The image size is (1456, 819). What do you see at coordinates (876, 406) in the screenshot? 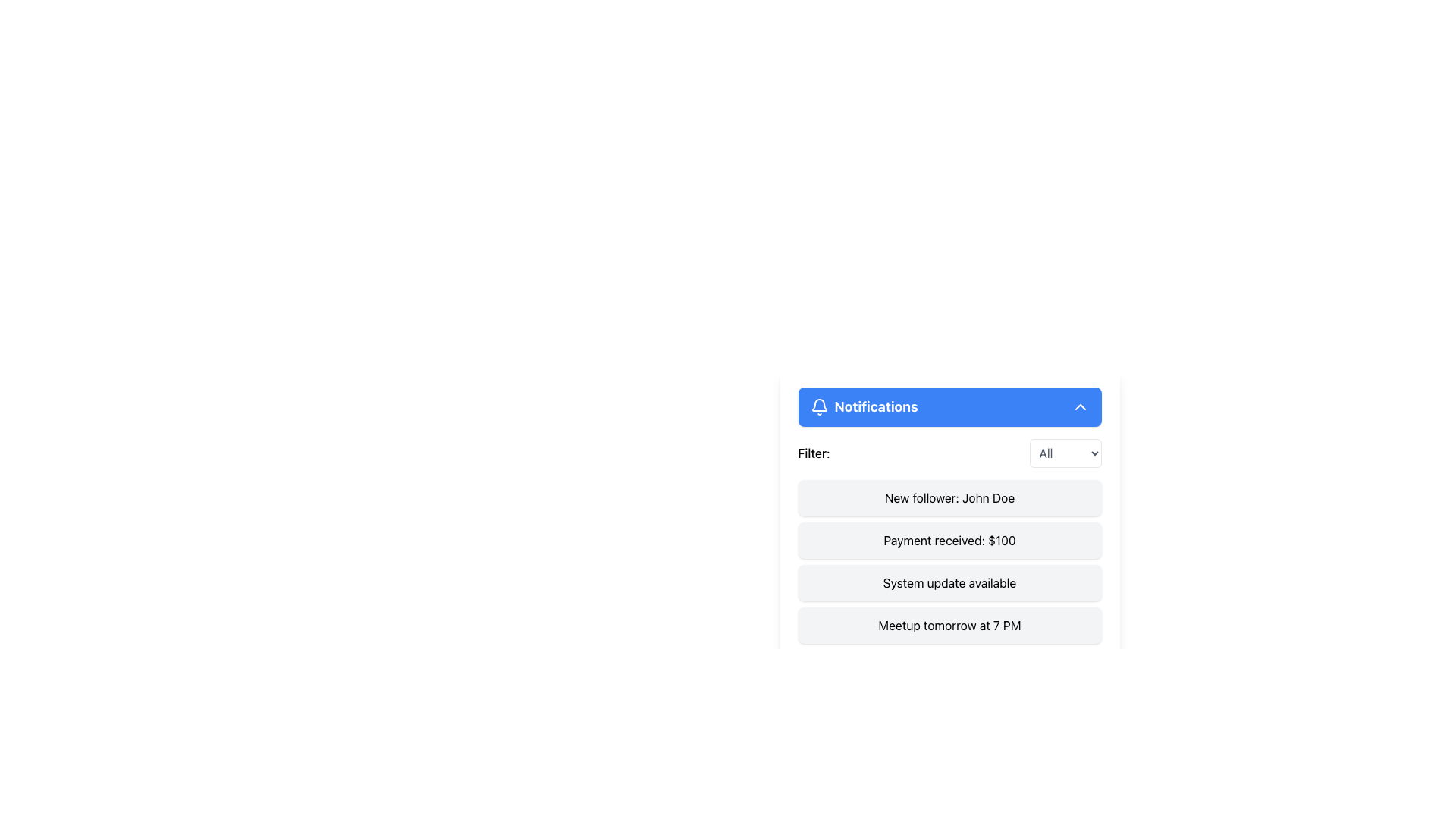
I see `the bold, large-sized text labeled 'Notifications' displayed in white against a blue background in the header of the notification panel` at bounding box center [876, 406].